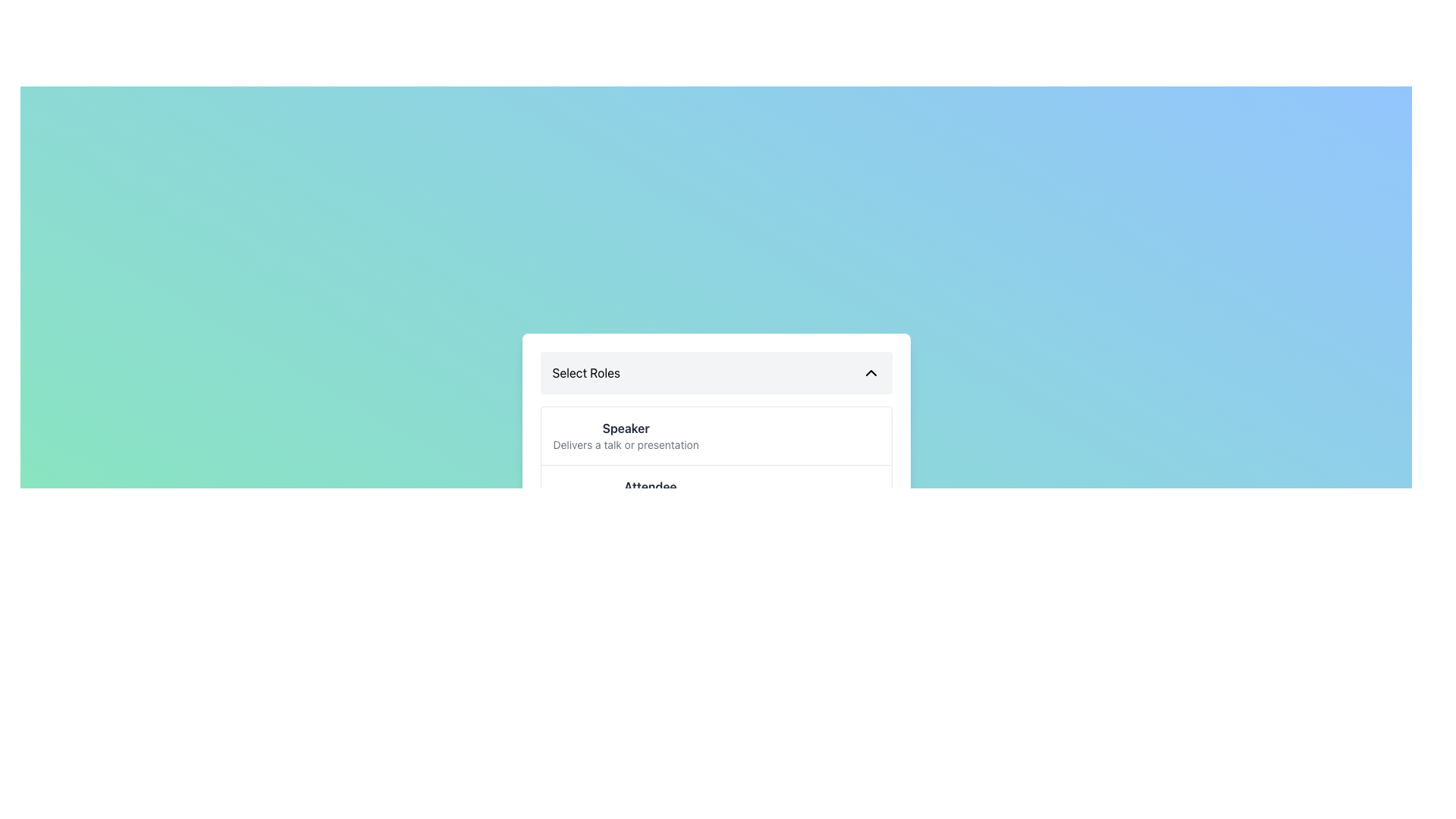  Describe the element at coordinates (650, 494) in the screenshot. I see `the role selection option located below the 'Speaker: Delivers a talk or presentation' item in the 'Select Roles' dropdown menu` at that location.